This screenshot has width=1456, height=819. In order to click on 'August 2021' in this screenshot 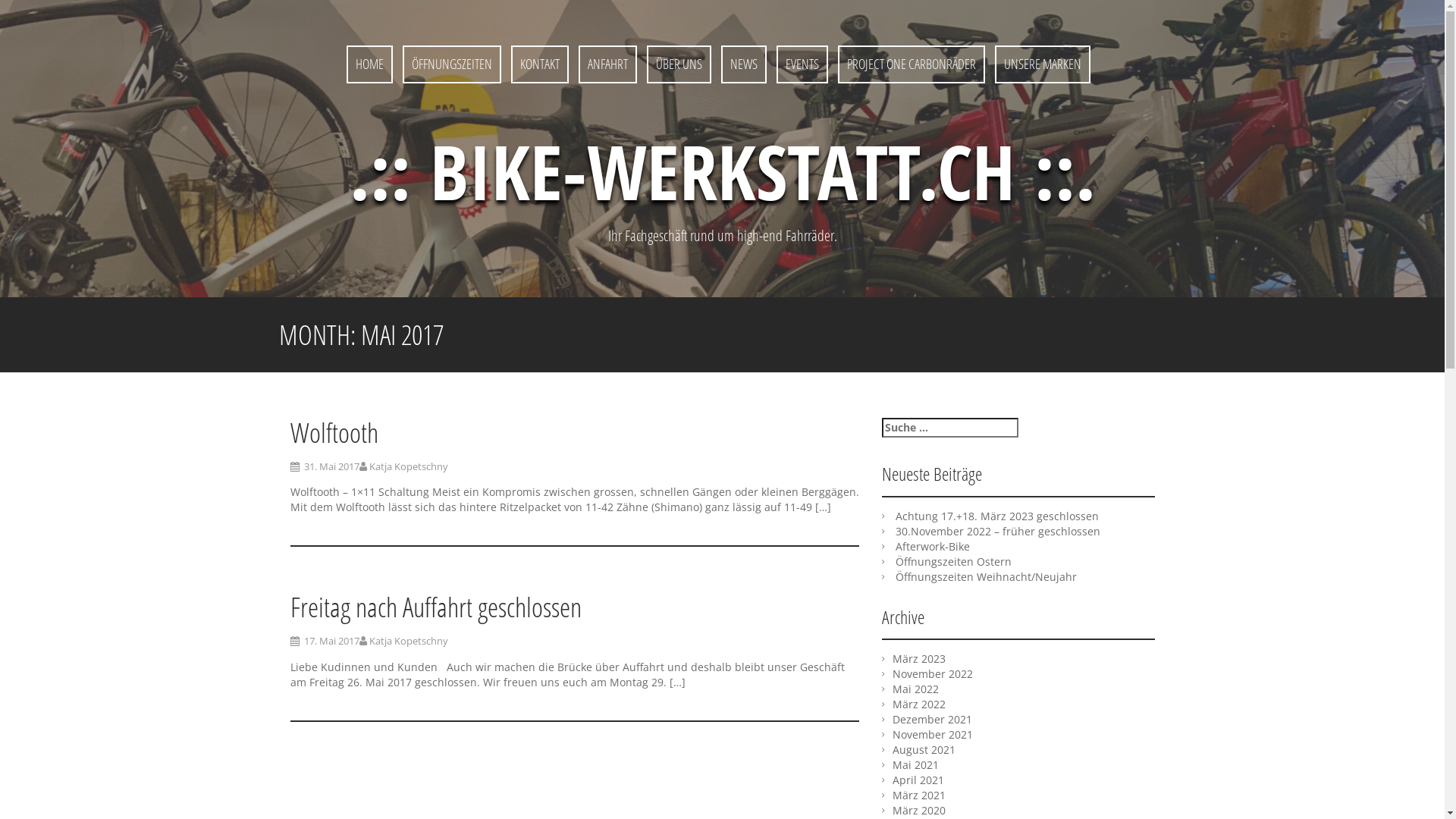, I will do `click(922, 748)`.